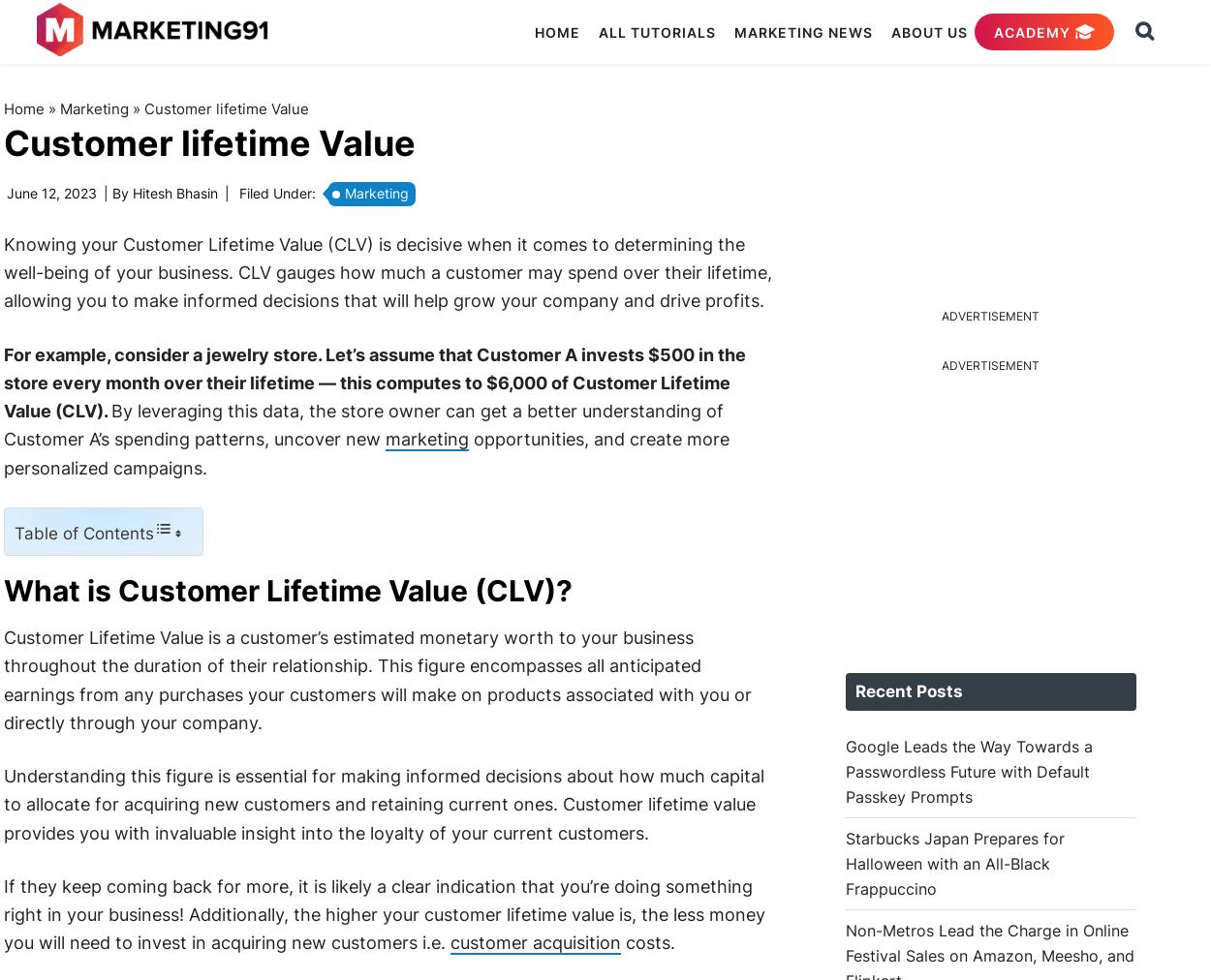 The width and height of the screenshot is (1211, 980). Describe the element at coordinates (953, 862) in the screenshot. I see `'Starbucks Japan Prepares for Halloween with an All-Black Frappuccino'` at that location.